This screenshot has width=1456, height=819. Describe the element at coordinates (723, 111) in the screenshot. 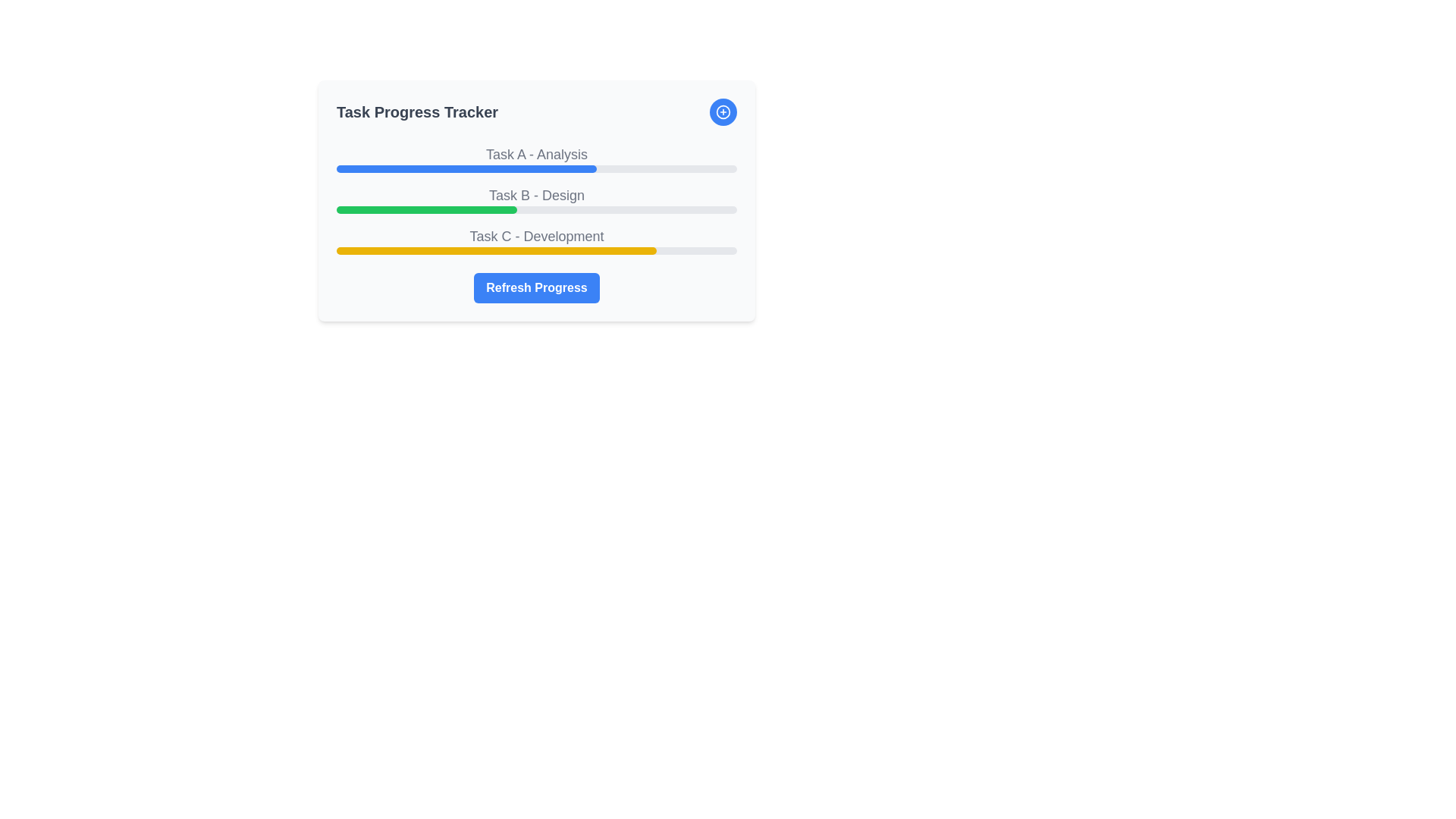

I see `the innermost circle of the circular icon located at the top-right corner of the task progress tracker interface` at that location.